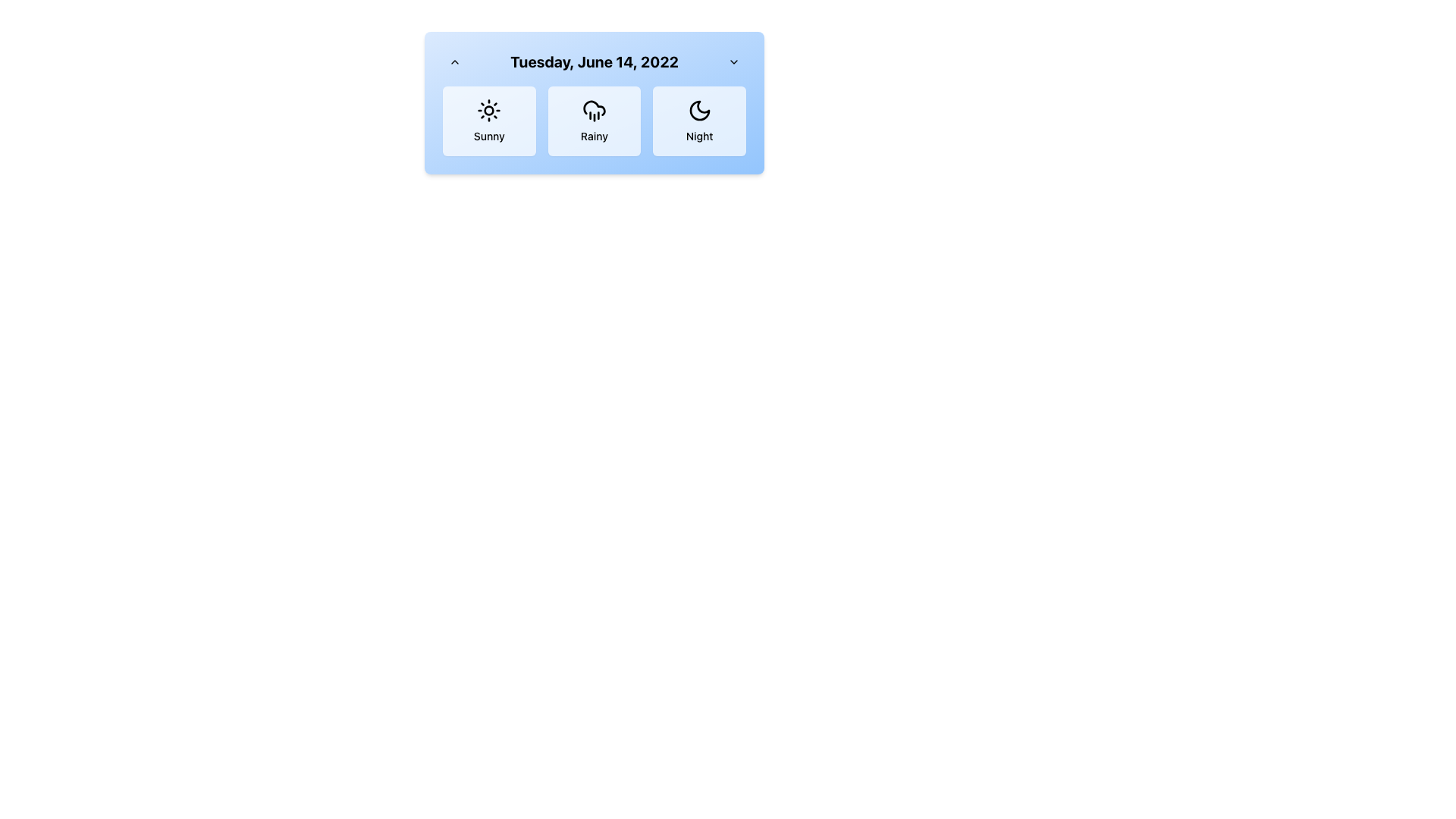 This screenshot has width=1456, height=819. I want to click on the downward-pointing chevron icon located in the top-right corner of the interface, so click(734, 61).